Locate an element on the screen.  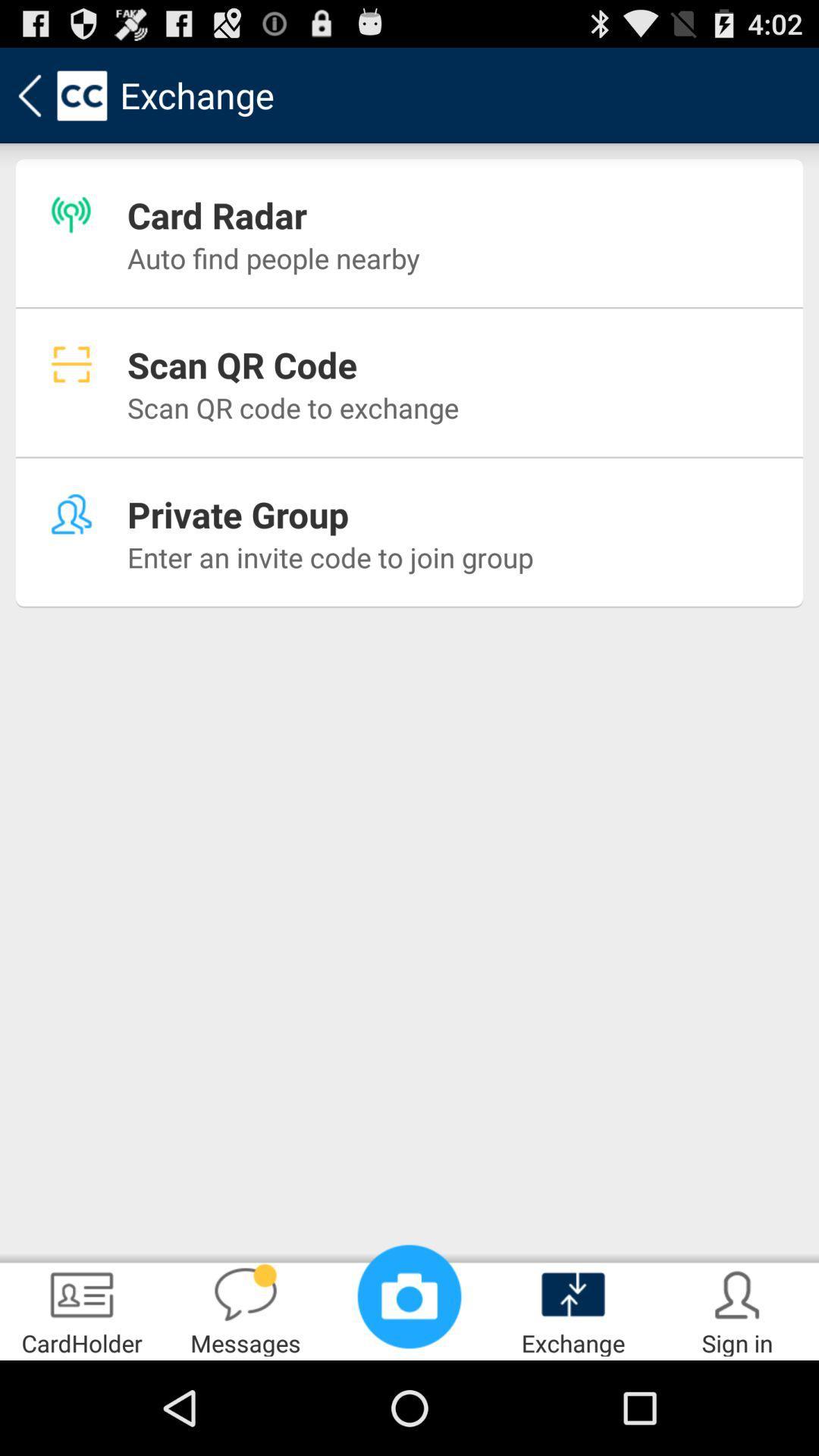
the item next to messages is located at coordinates (409, 1295).